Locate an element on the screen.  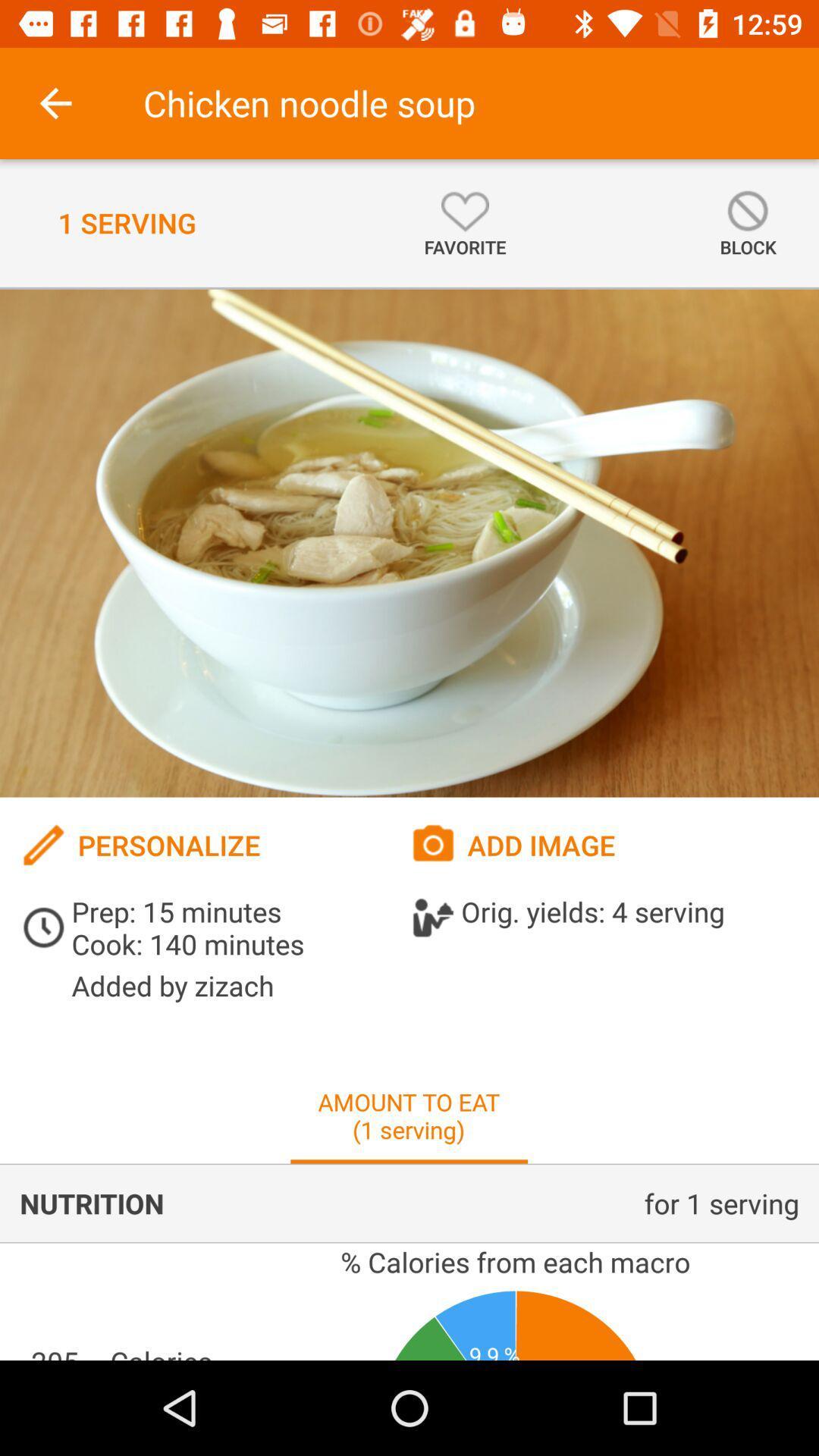
the icon next to chicken noodle soup icon is located at coordinates (55, 102).